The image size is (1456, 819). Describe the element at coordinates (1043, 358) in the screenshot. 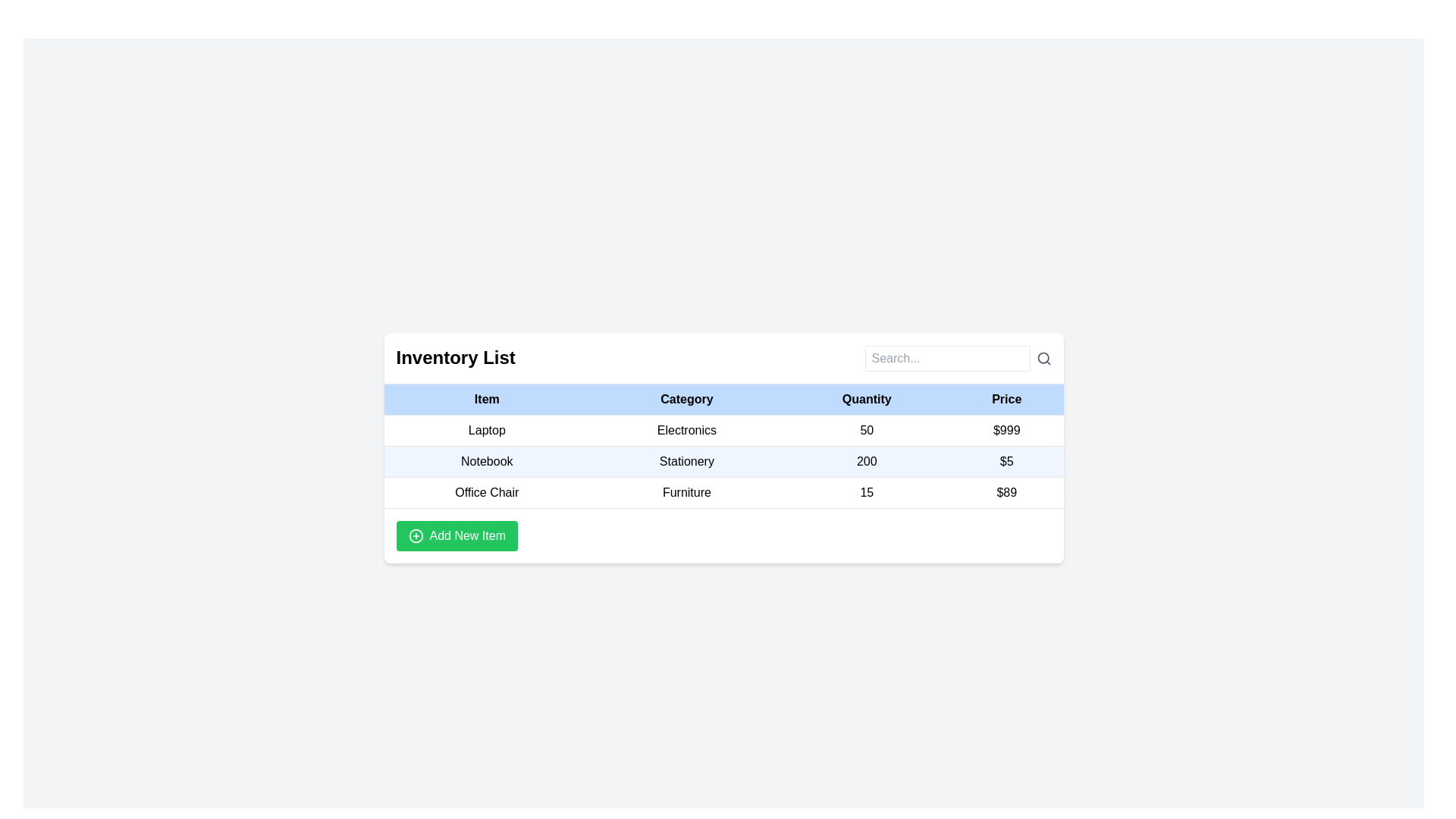

I see `the magnifying glass icon located in the top-right corner of the search input field` at that location.